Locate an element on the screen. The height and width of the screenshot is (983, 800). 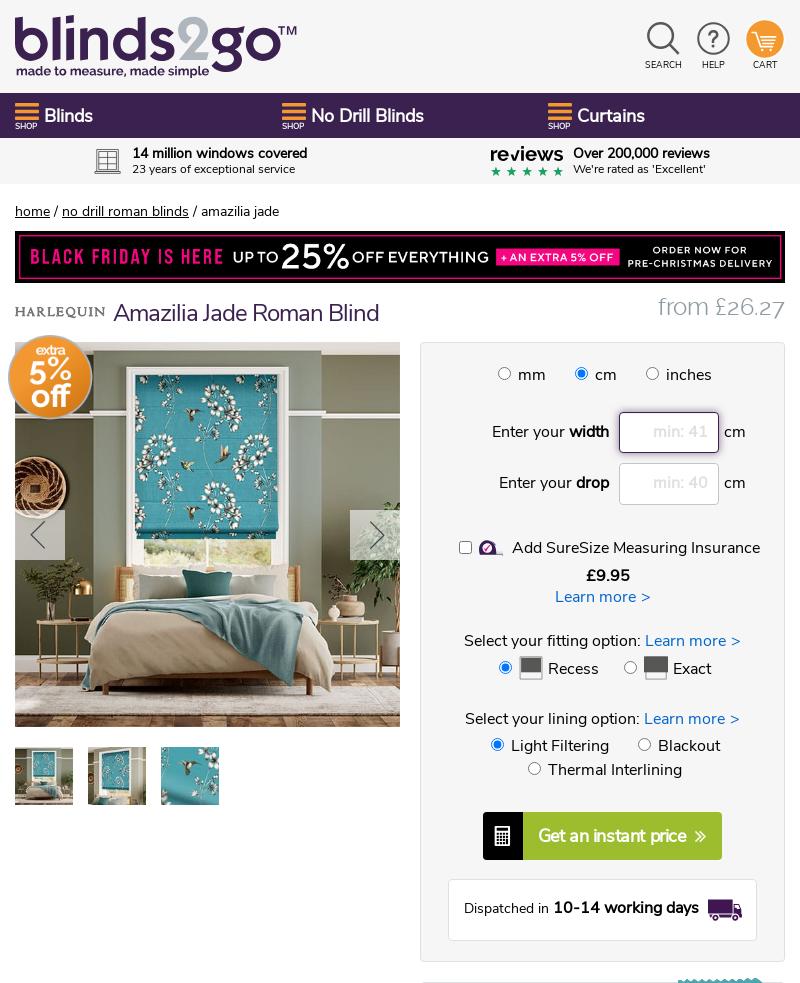
'Don't take our word for it,' is located at coordinates (398, 229).